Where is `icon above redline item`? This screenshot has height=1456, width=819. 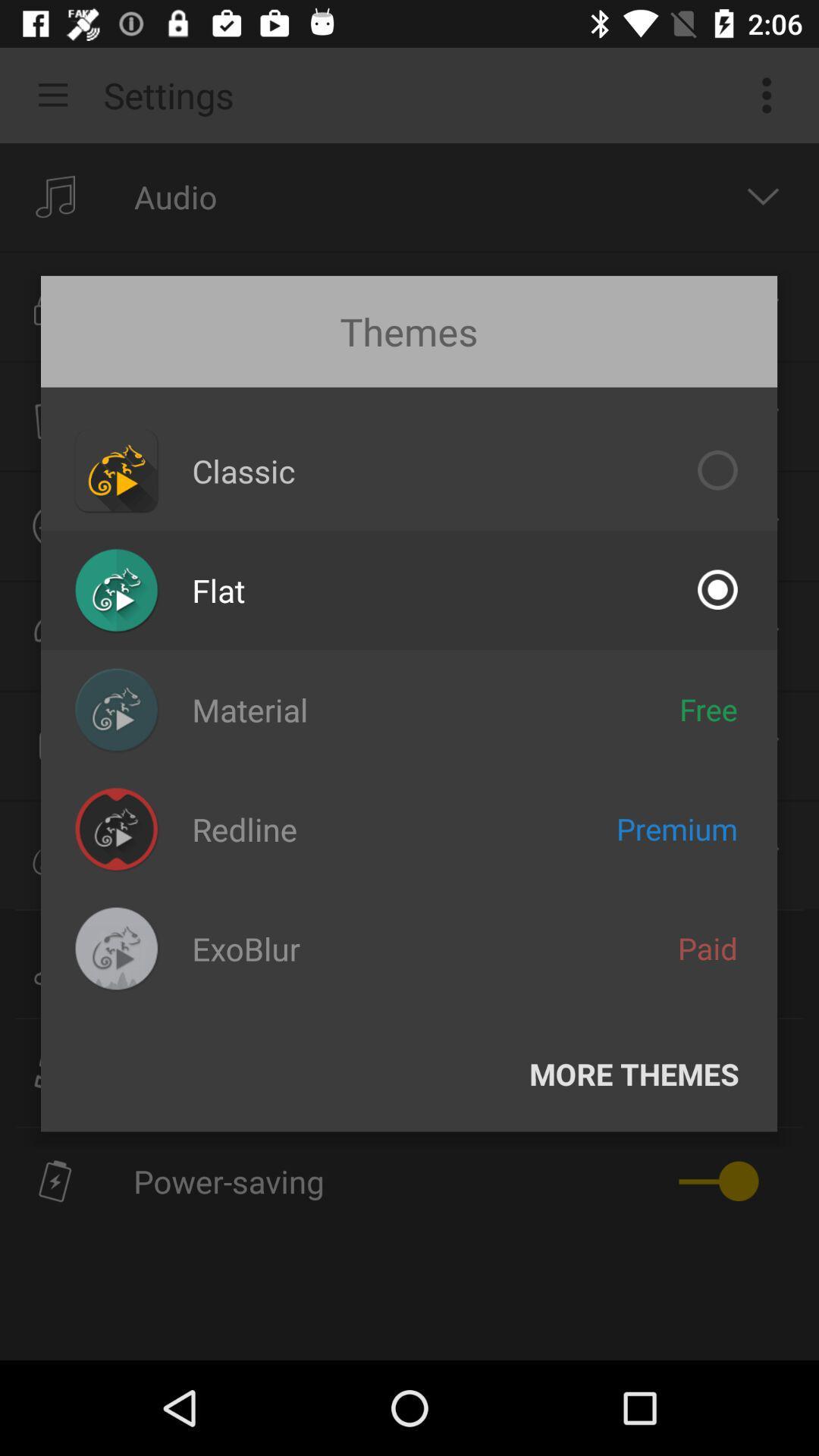
icon above redline item is located at coordinates (249, 709).